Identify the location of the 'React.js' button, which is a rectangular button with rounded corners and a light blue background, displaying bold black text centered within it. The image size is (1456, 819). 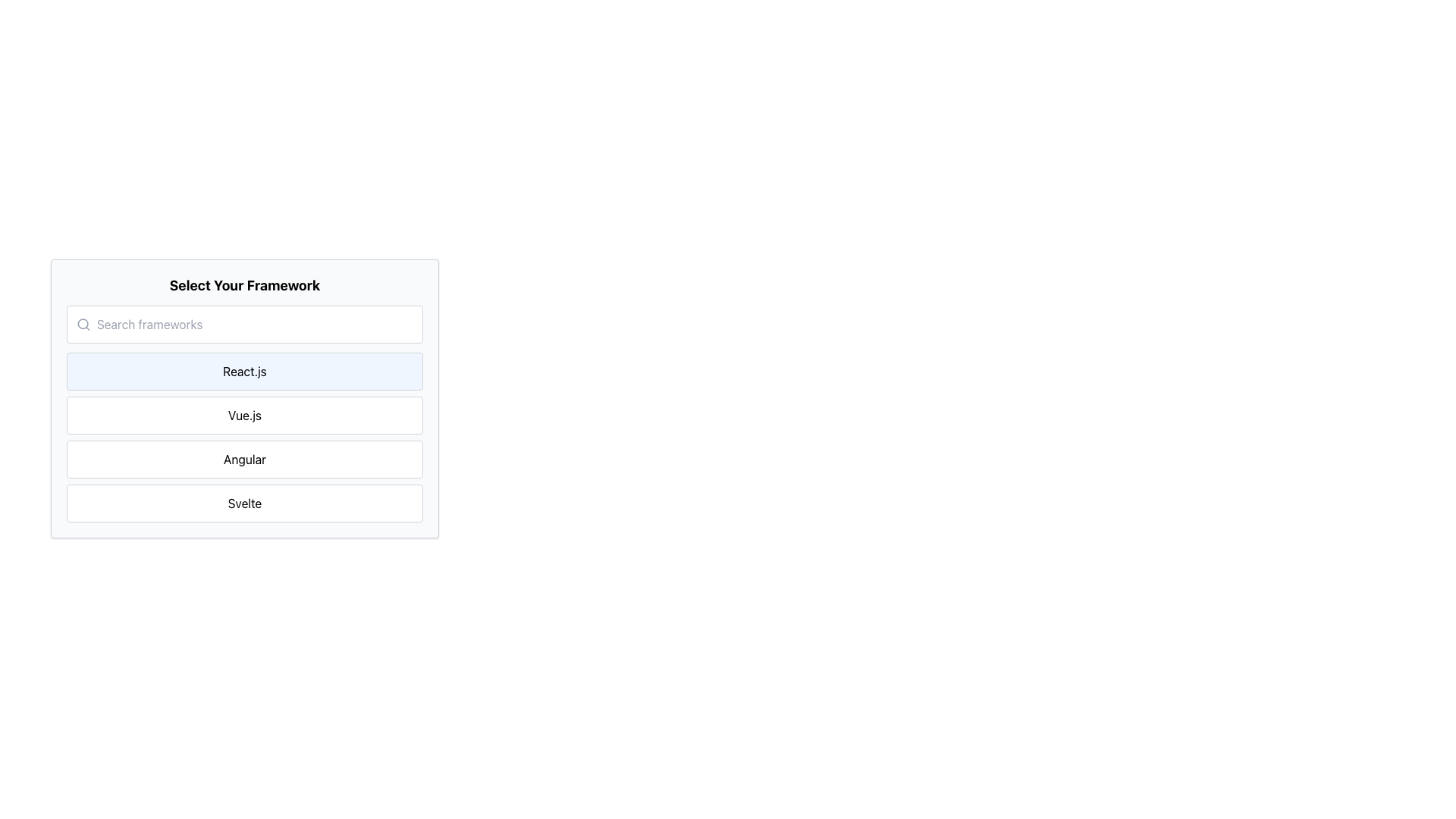
(244, 371).